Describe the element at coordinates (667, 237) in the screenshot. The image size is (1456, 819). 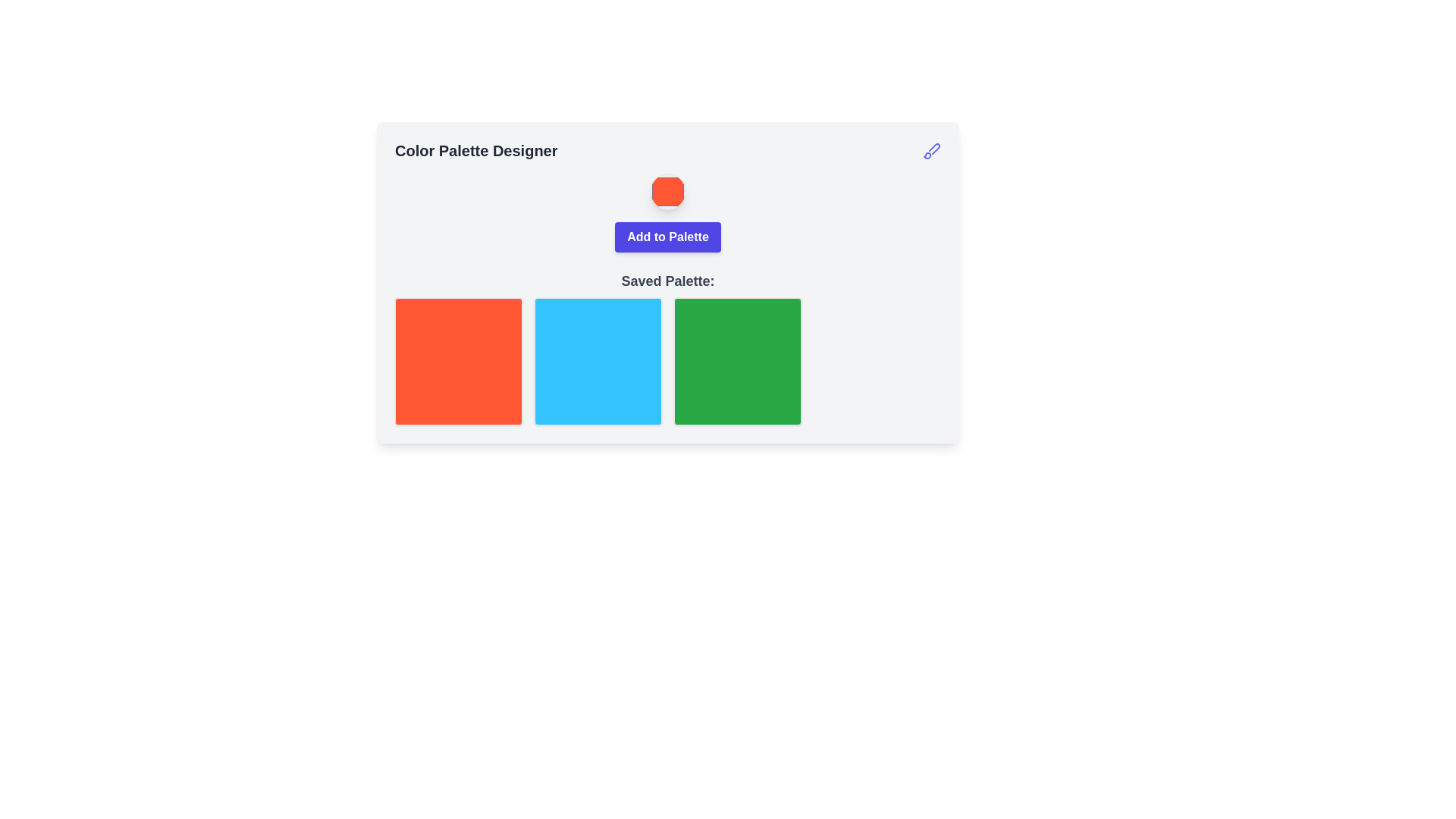
I see `the 'Add to Palette' button, which is a bold indigo rectangular button with rounded corners and white text` at that location.